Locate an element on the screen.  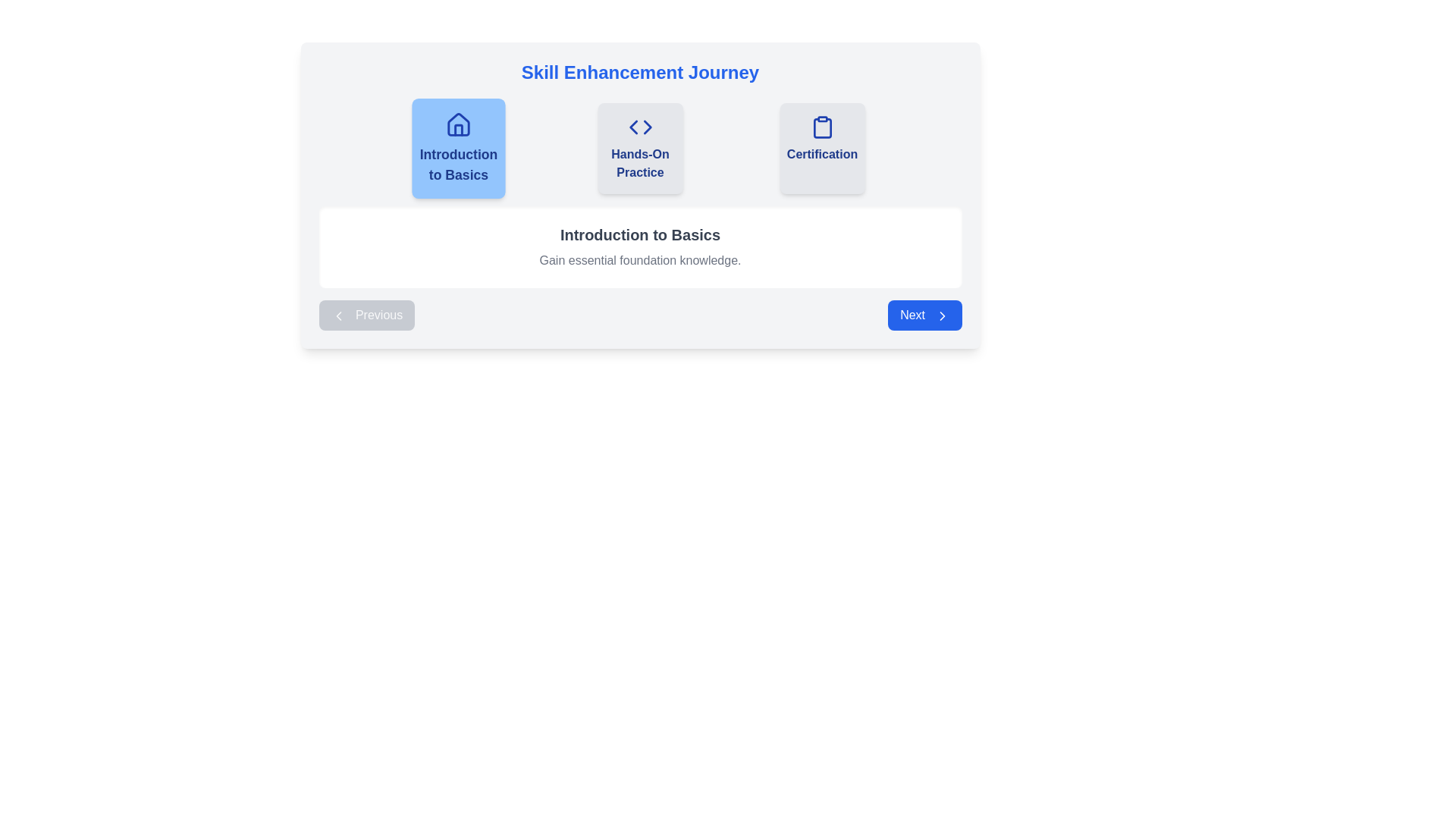
the coding icon in the 'Hands-On Practice' section, which visually represents coding and is located centrally between 'Introduction to Basics' and 'Certification' is located at coordinates (640, 127).